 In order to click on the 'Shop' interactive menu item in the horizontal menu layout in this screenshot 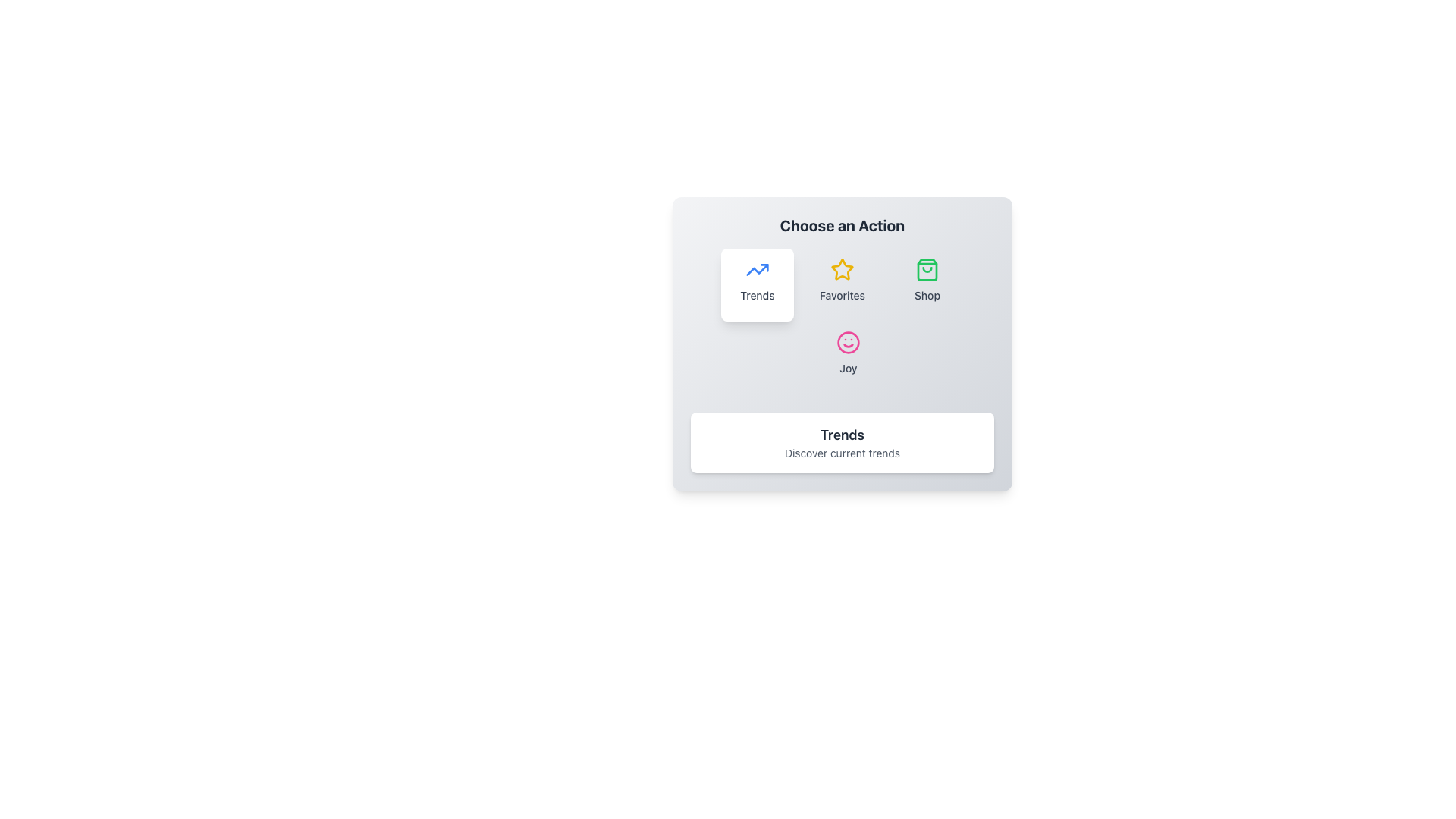, I will do `click(927, 284)`.